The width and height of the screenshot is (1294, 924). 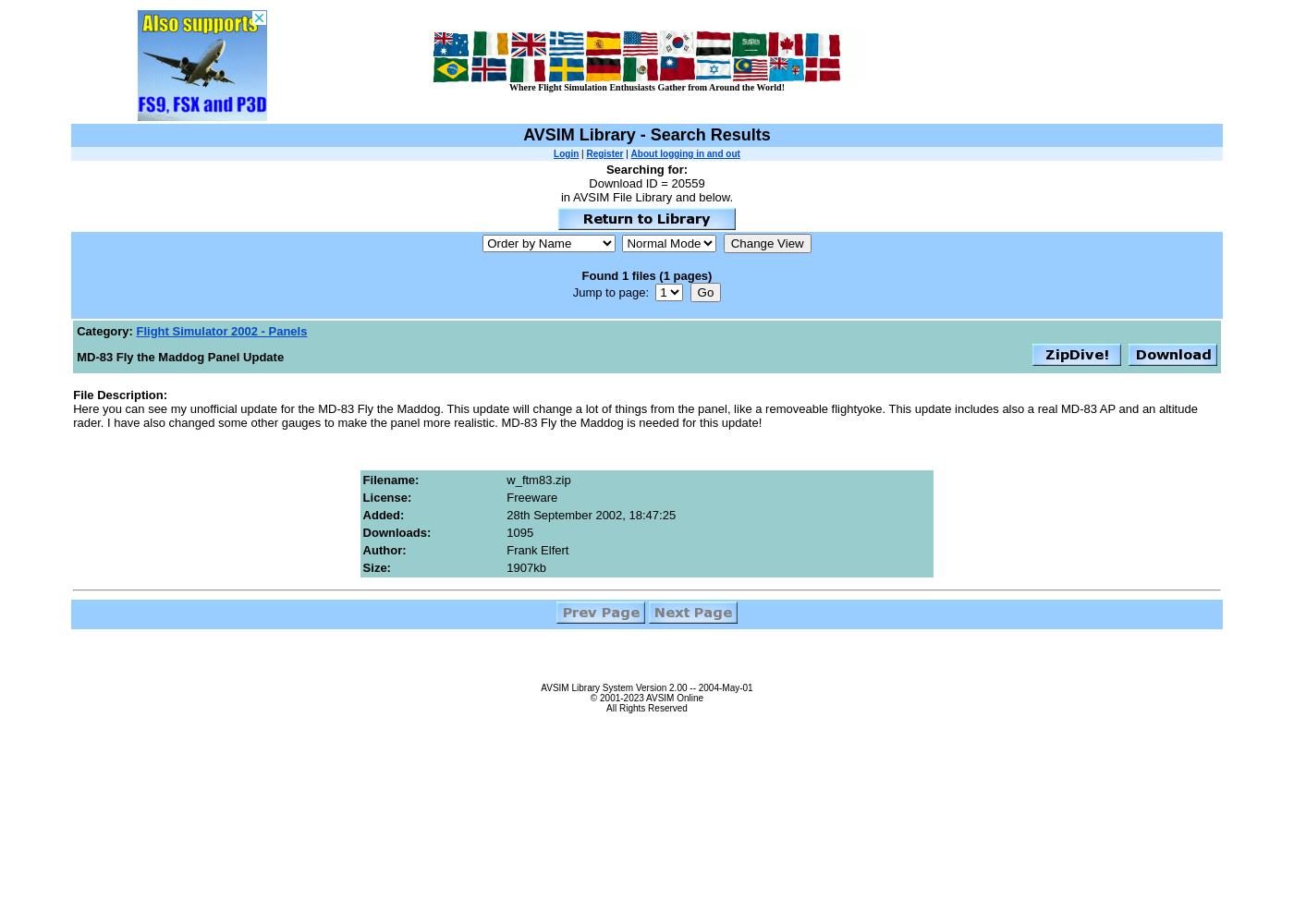 I want to click on 'AVSIM Library System Version 2.00 -- 2004-May-01', so click(x=646, y=686).